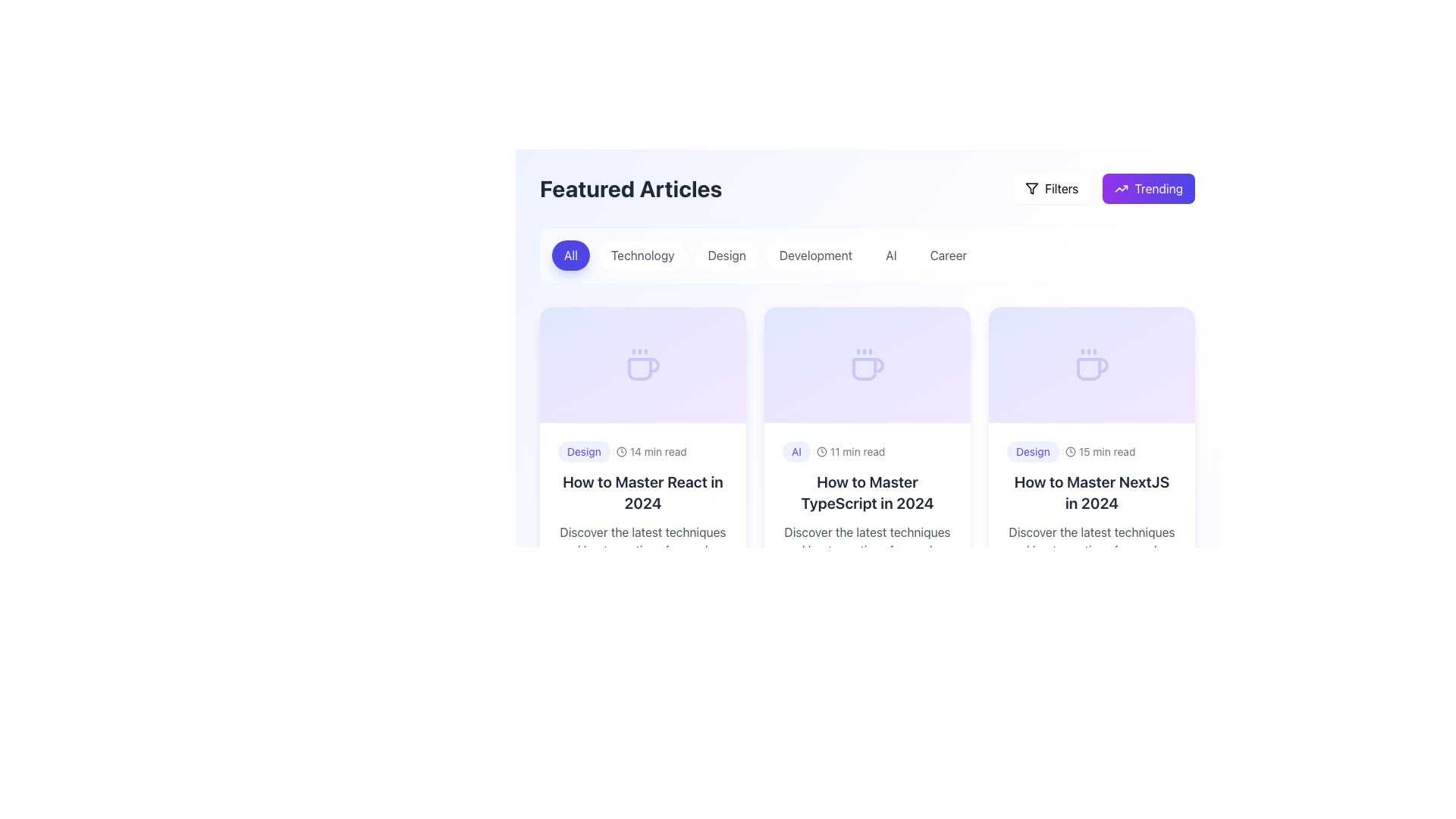  Describe the element at coordinates (821, 451) in the screenshot. I see `the clock icon located in the label at the top of the content card titled 'How to Master TypeScript in 2024', which is adjacent to the text '11 min read'` at that location.